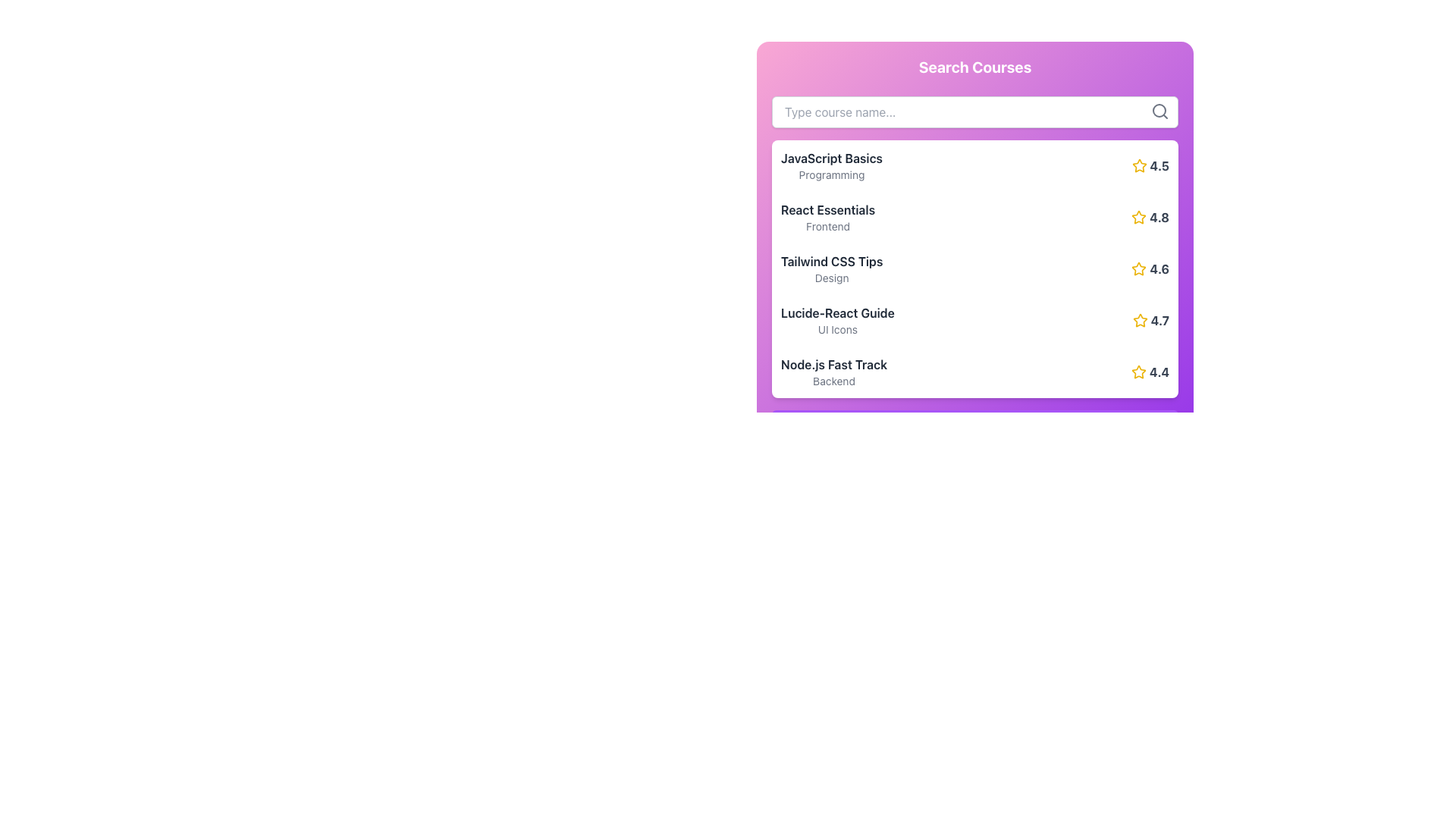 This screenshot has width=1456, height=819. I want to click on numerical rating value displayed in the text label located to the right of the star icon for the course 'Lucide-React Guide', which is the fourth item in the list, so click(1159, 320).